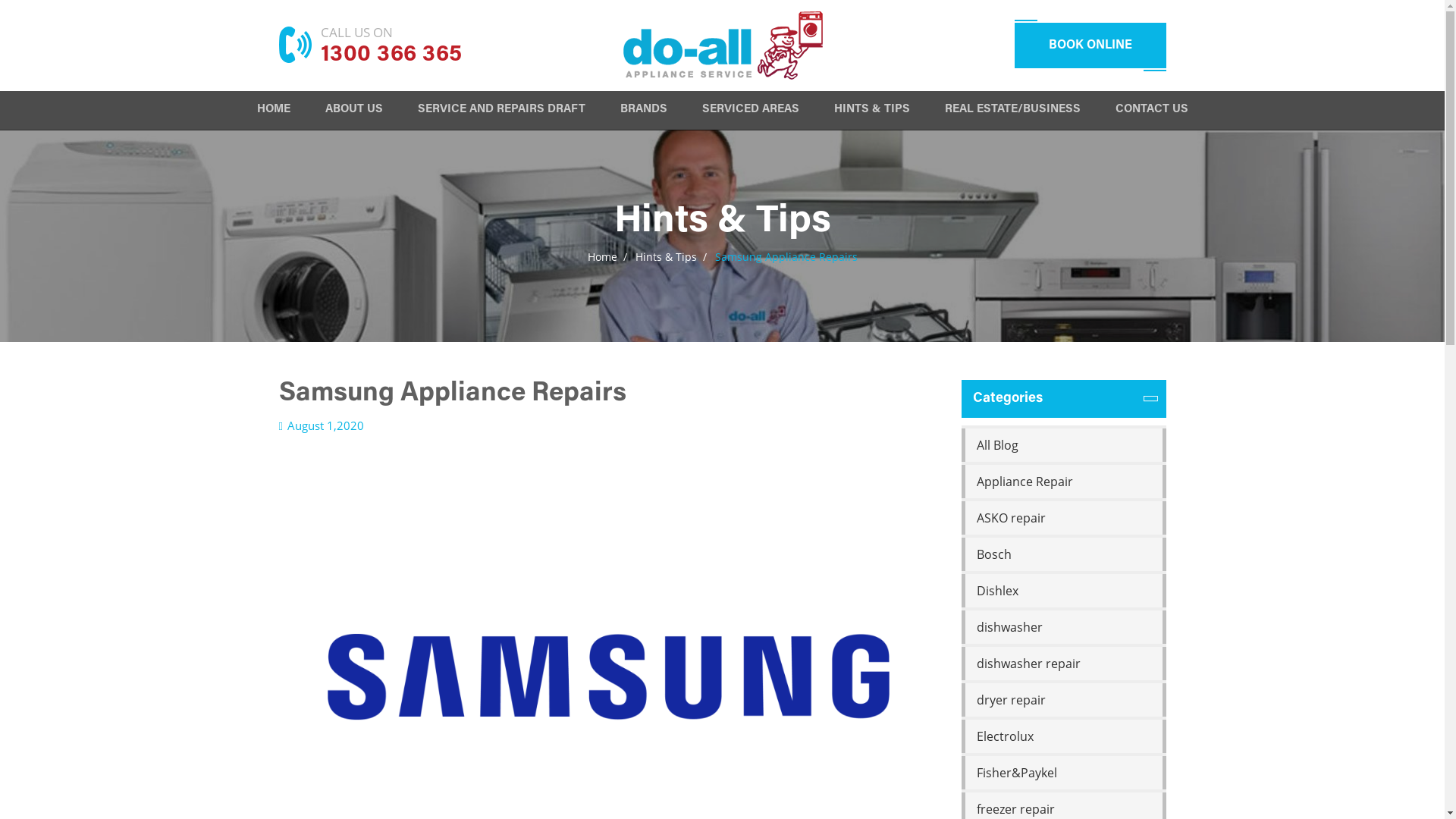 The height and width of the screenshot is (819, 1456). What do you see at coordinates (750, 111) in the screenshot?
I see `'SERVICED AREAS'` at bounding box center [750, 111].